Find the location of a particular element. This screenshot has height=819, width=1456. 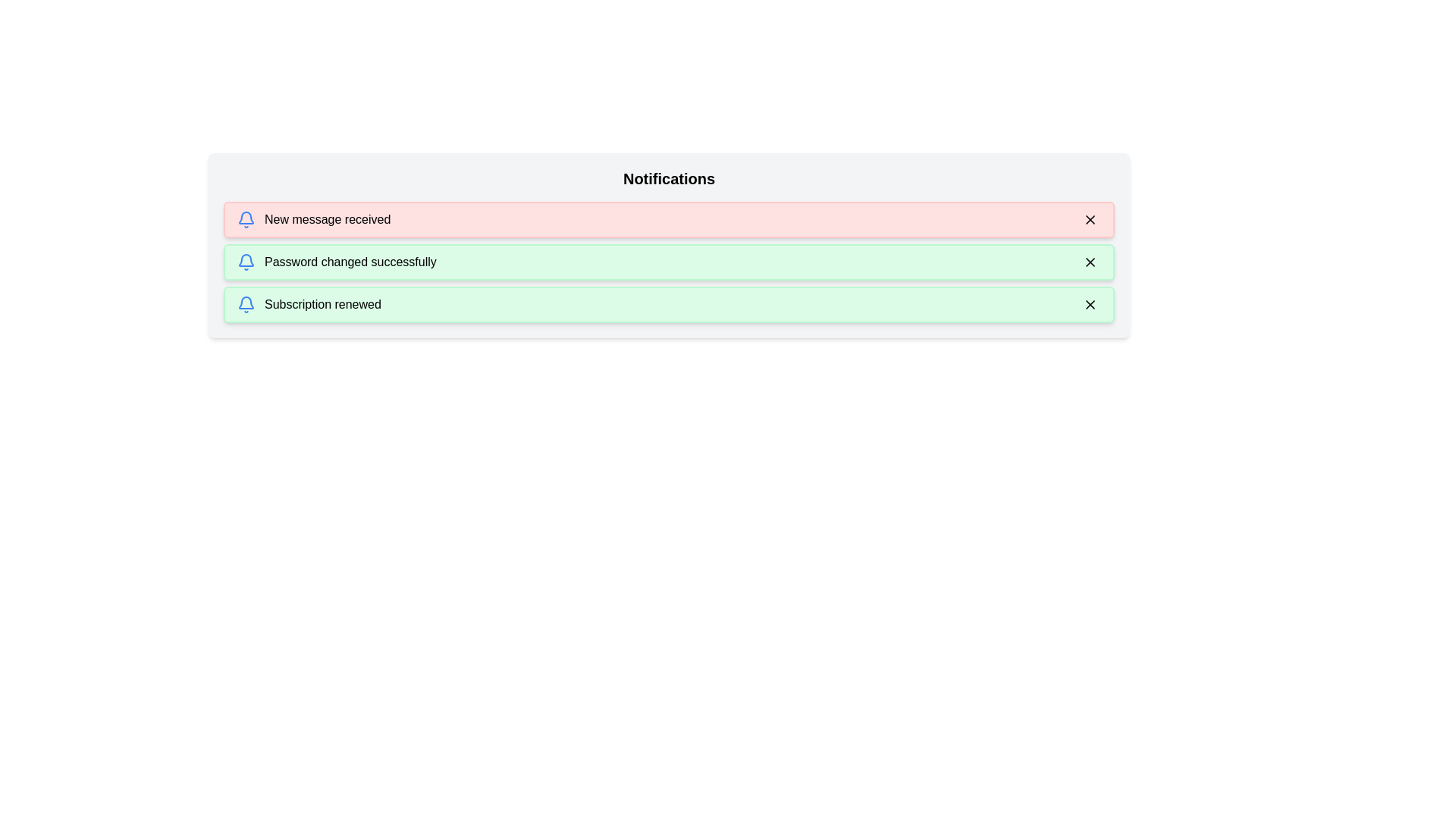

the text label displaying 'Subscription renewed' which is located in the third notification box, between the notification bell icon and the 'X' button, to read its content is located at coordinates (322, 304).